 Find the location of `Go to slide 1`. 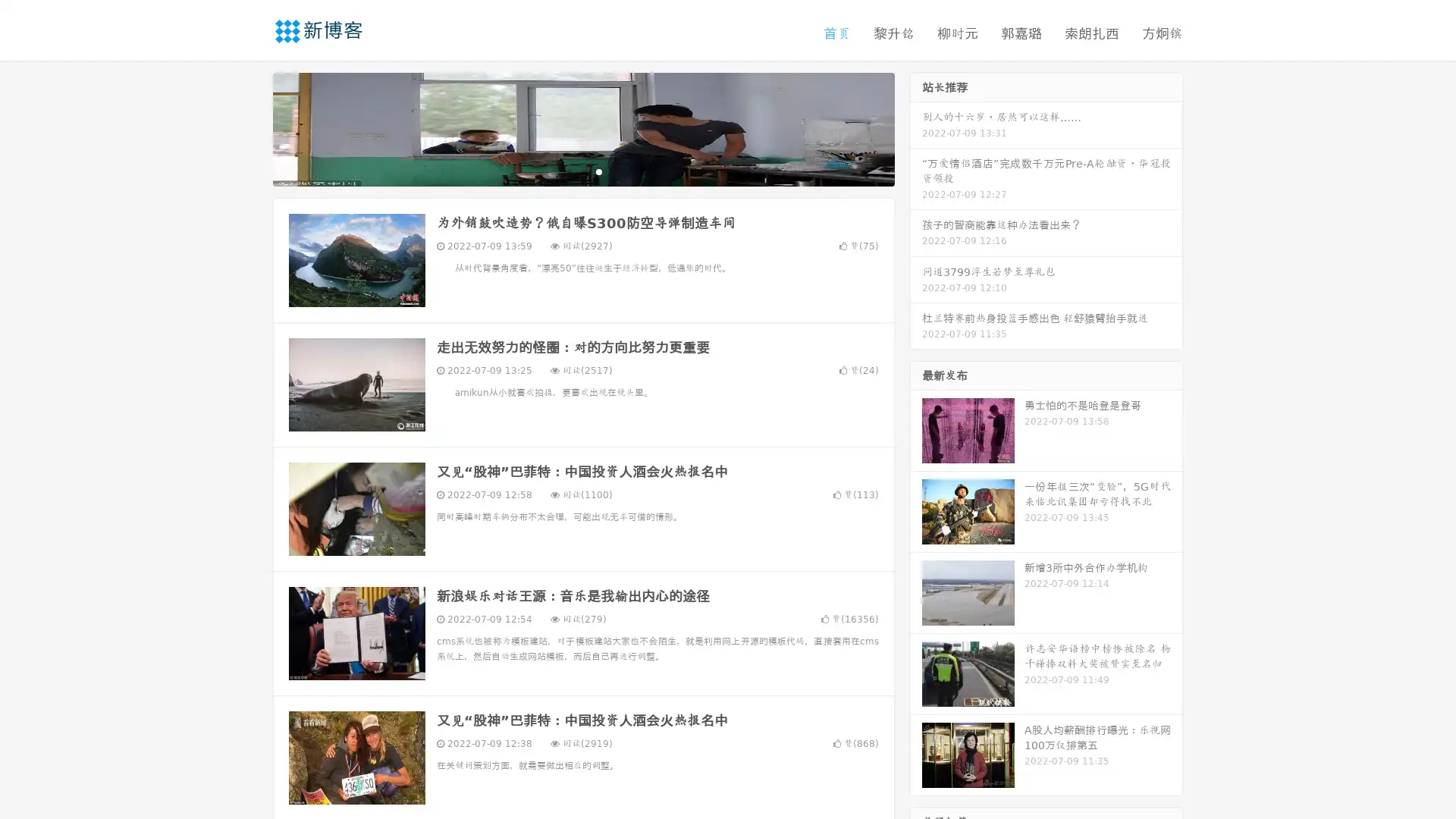

Go to slide 1 is located at coordinates (567, 171).